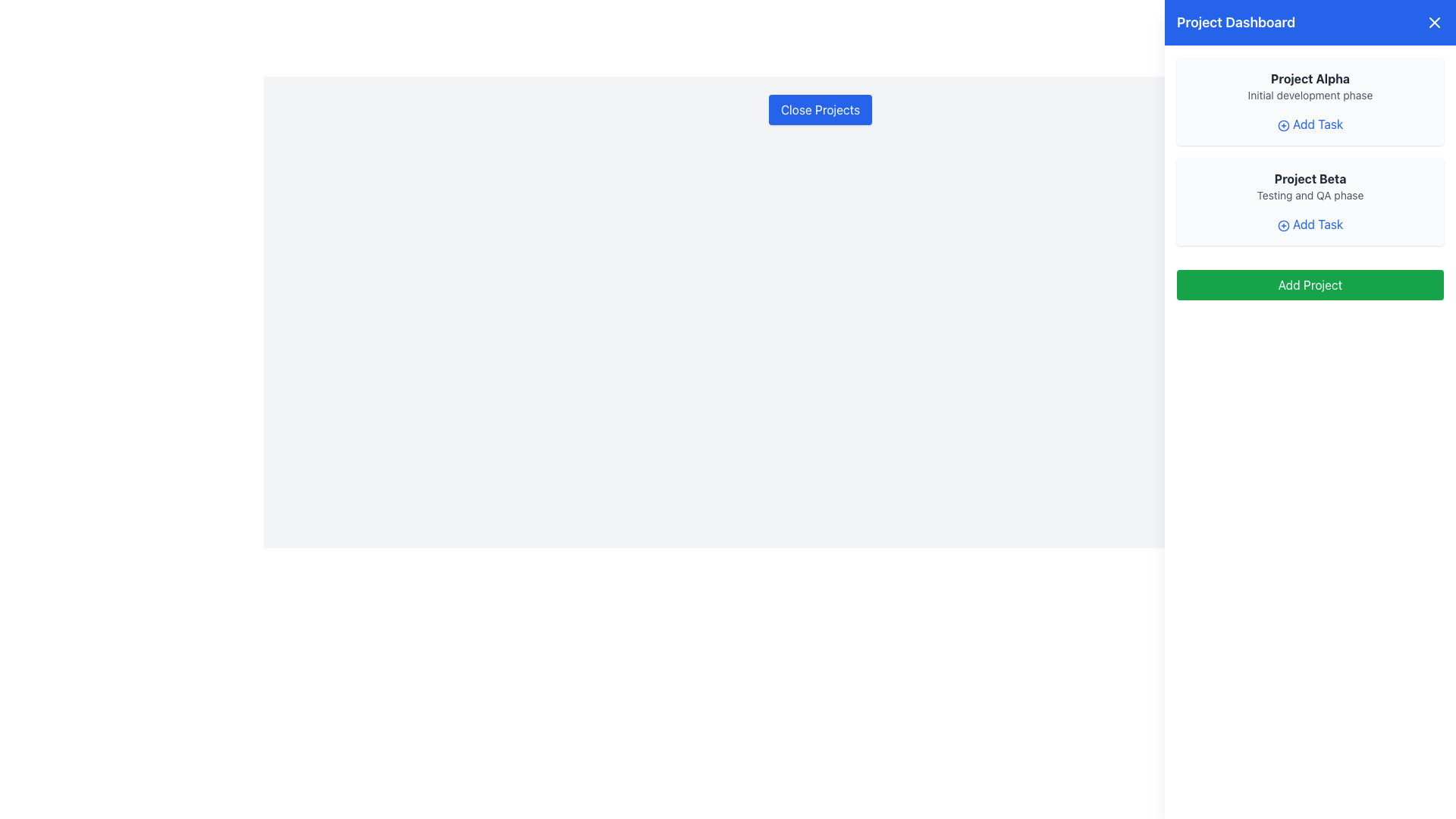  I want to click on the non-interactive text label that provides descriptive information about 'Project Beta', located beneath the heading 'Project Beta' and above the 'Add Task' option, so click(1310, 195).